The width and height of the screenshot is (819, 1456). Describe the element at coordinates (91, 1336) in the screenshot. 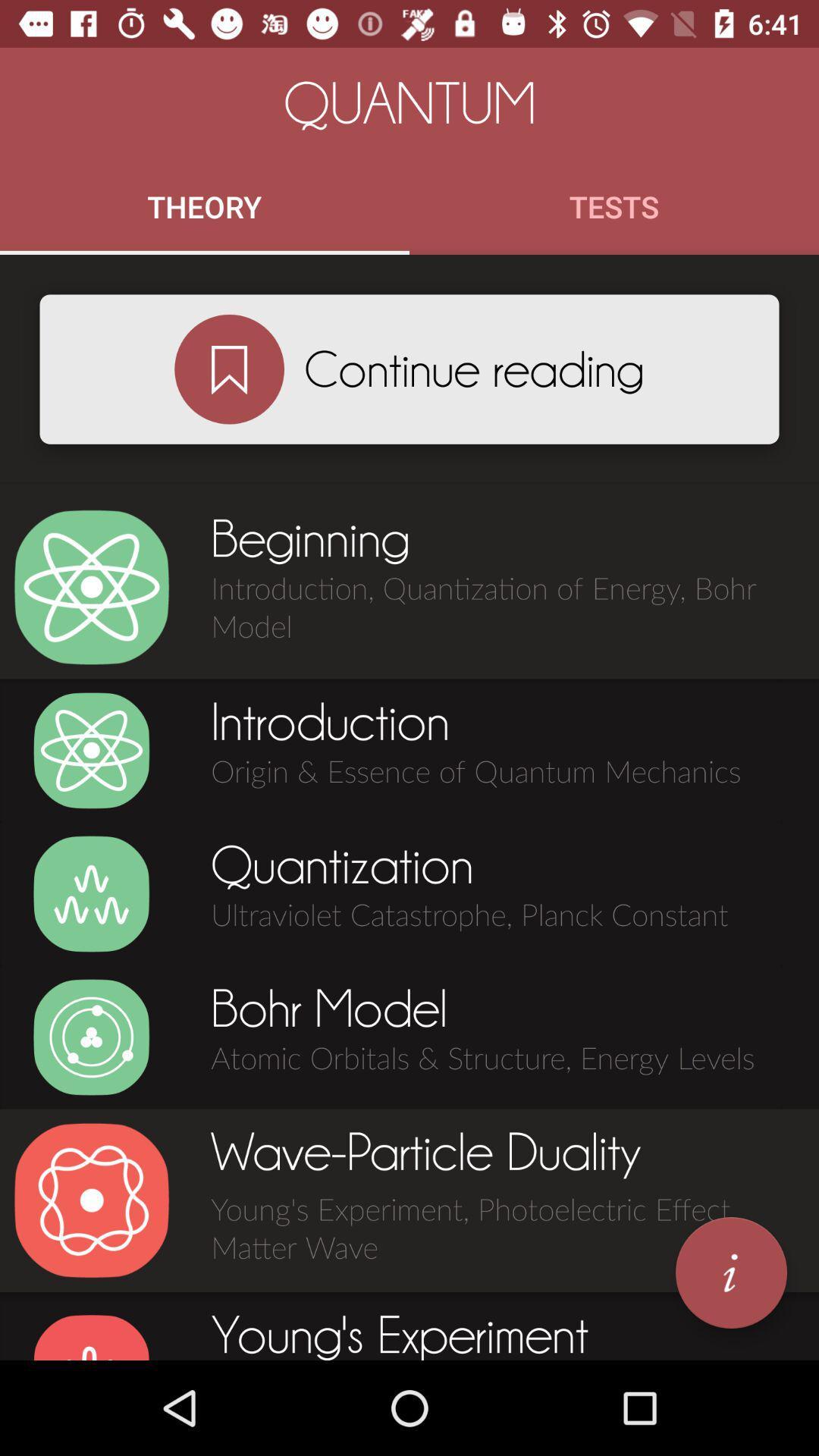

I see `the option young 's experiment` at that location.